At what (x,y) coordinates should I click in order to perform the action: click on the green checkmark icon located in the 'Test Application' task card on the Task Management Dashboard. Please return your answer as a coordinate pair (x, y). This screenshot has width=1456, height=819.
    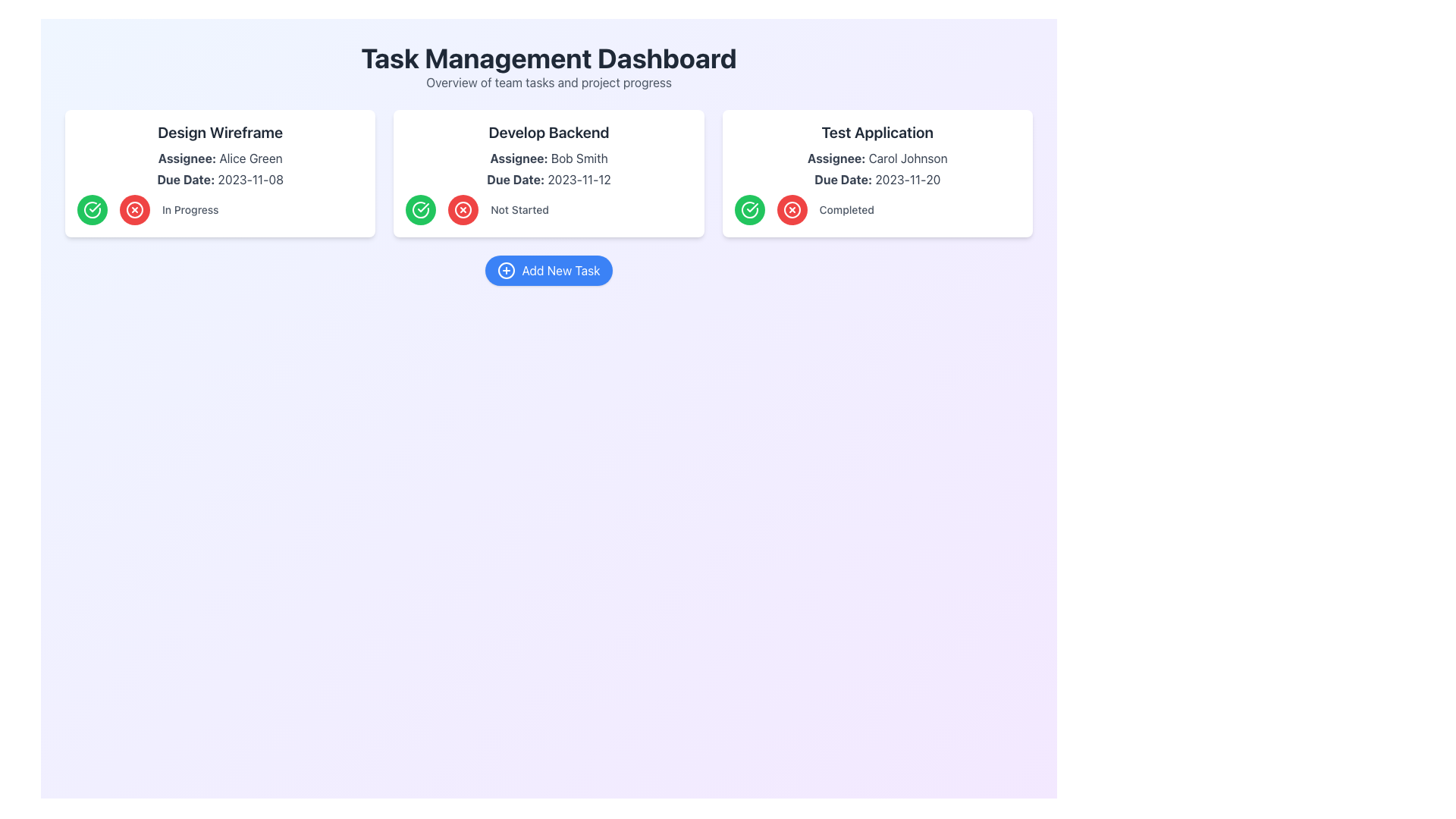
    Looking at the image, I should click on (752, 207).